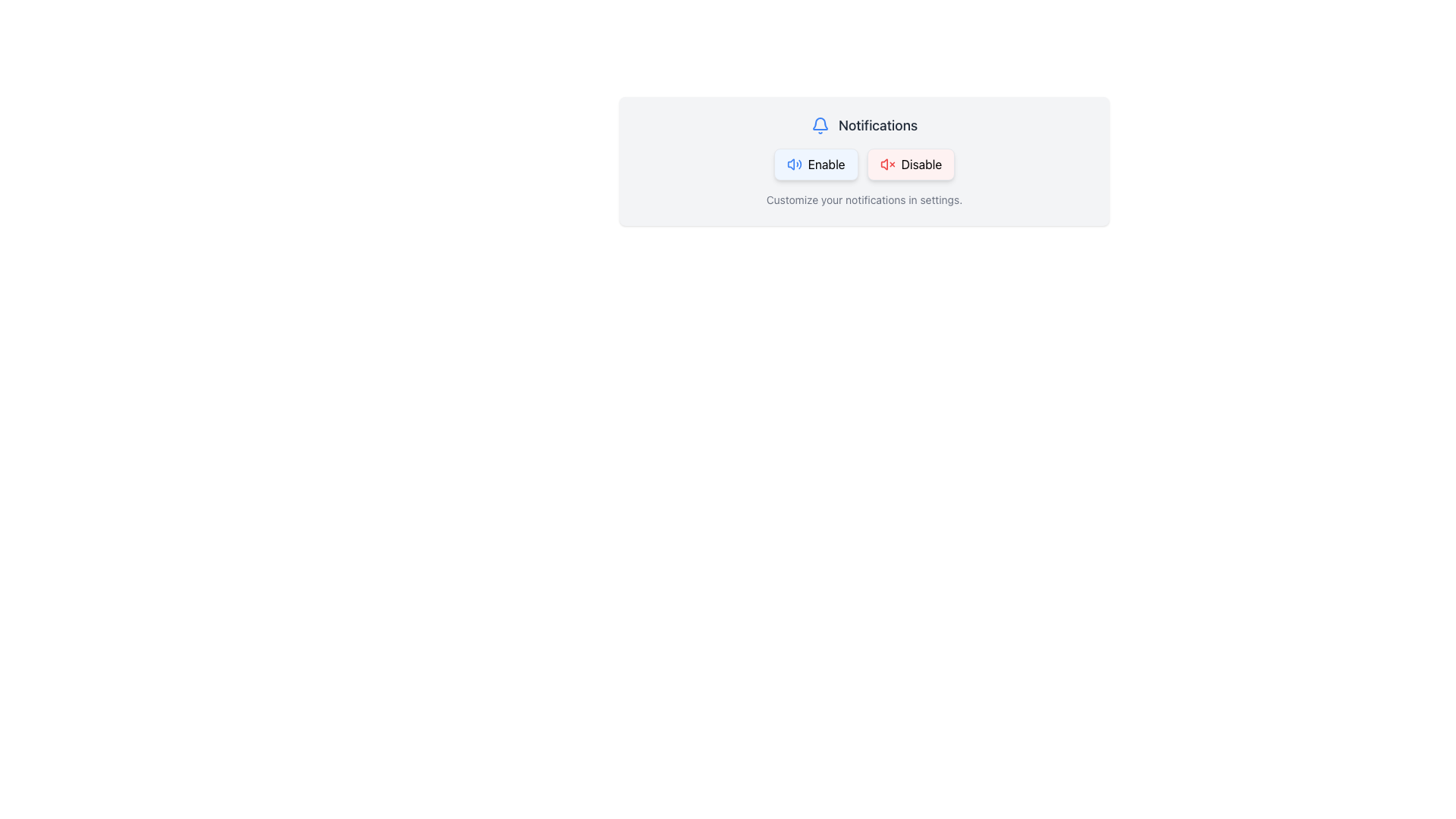 Image resolution: width=1456 pixels, height=819 pixels. What do you see at coordinates (921, 164) in the screenshot?
I see `the 'Disable' text label, which is styled in black text within a red-bordered area` at bounding box center [921, 164].